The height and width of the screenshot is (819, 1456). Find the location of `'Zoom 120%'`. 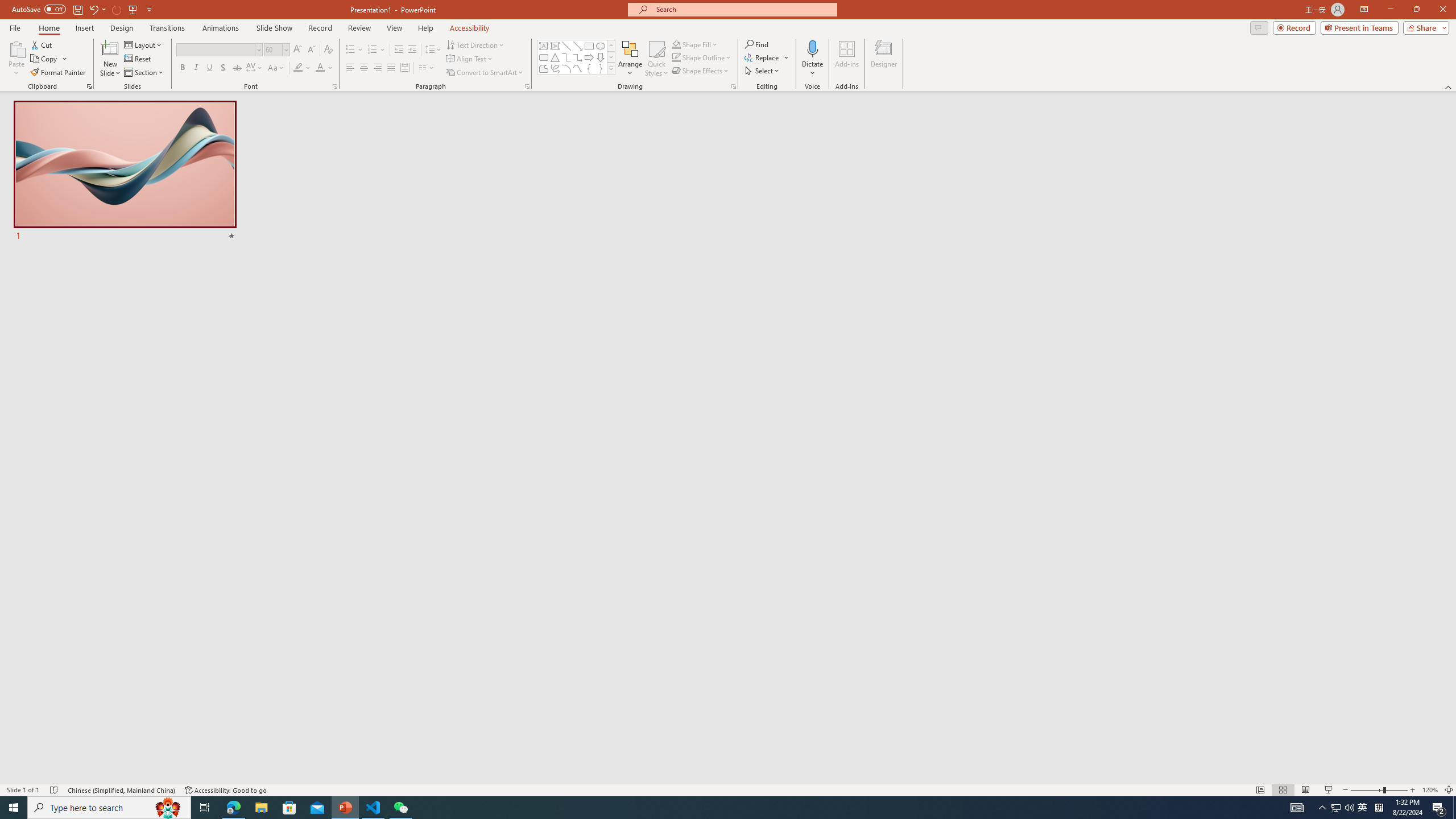

'Zoom 120%' is located at coordinates (1430, 790).